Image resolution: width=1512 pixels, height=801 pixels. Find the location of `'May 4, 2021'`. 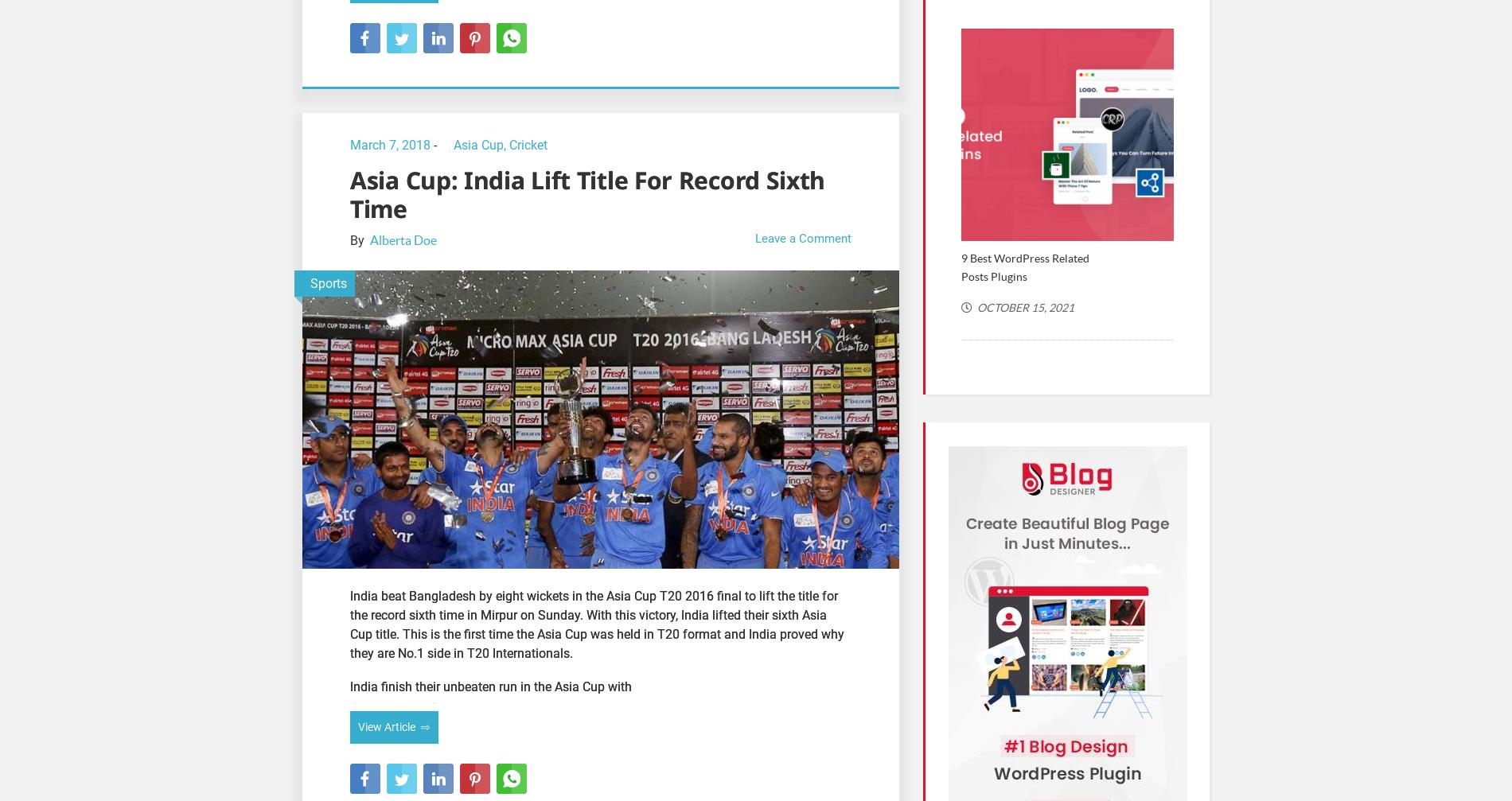

'May 4, 2021' is located at coordinates (1430, 306).